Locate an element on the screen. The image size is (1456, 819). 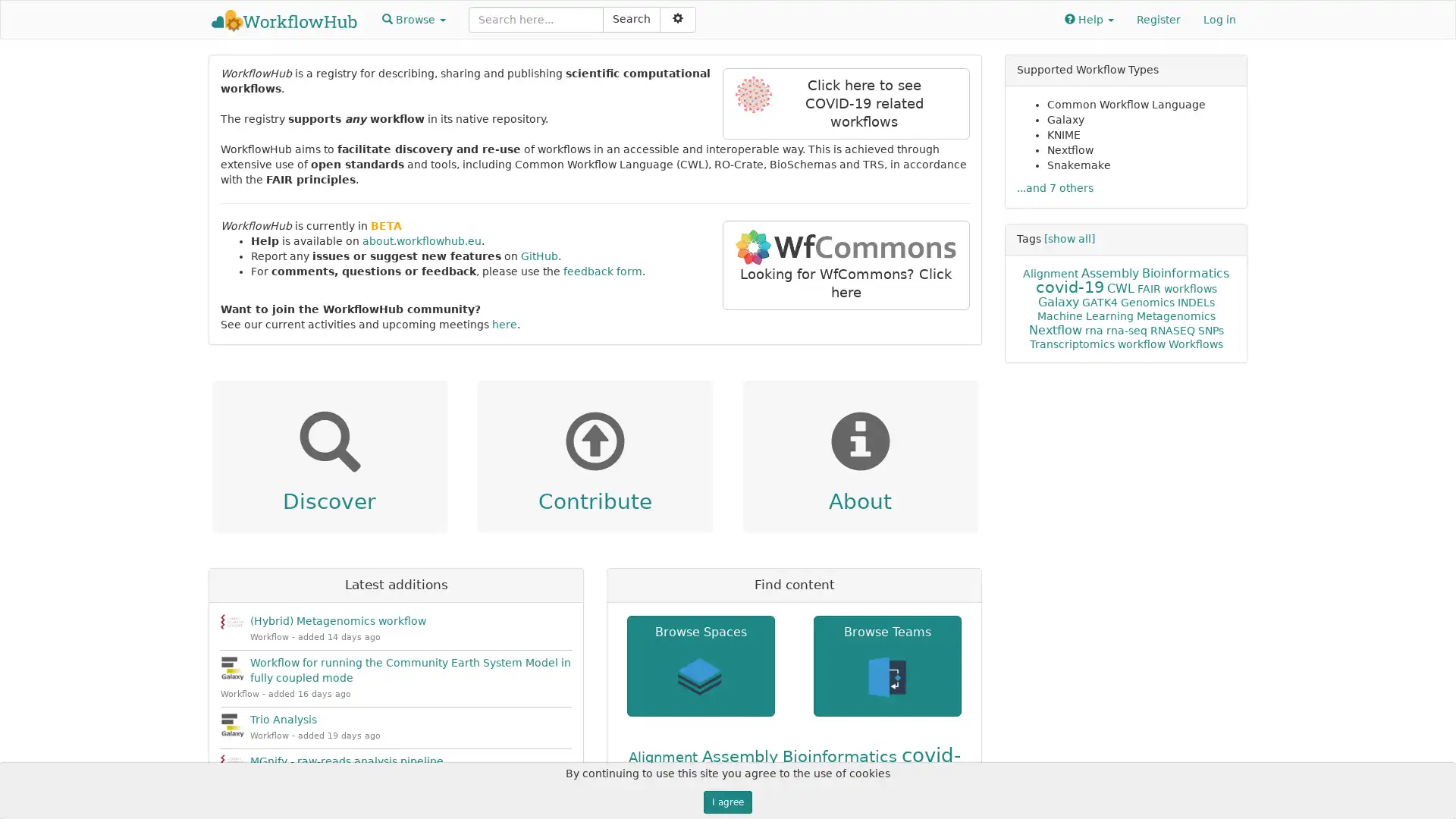
Search is located at coordinates (632, 19).